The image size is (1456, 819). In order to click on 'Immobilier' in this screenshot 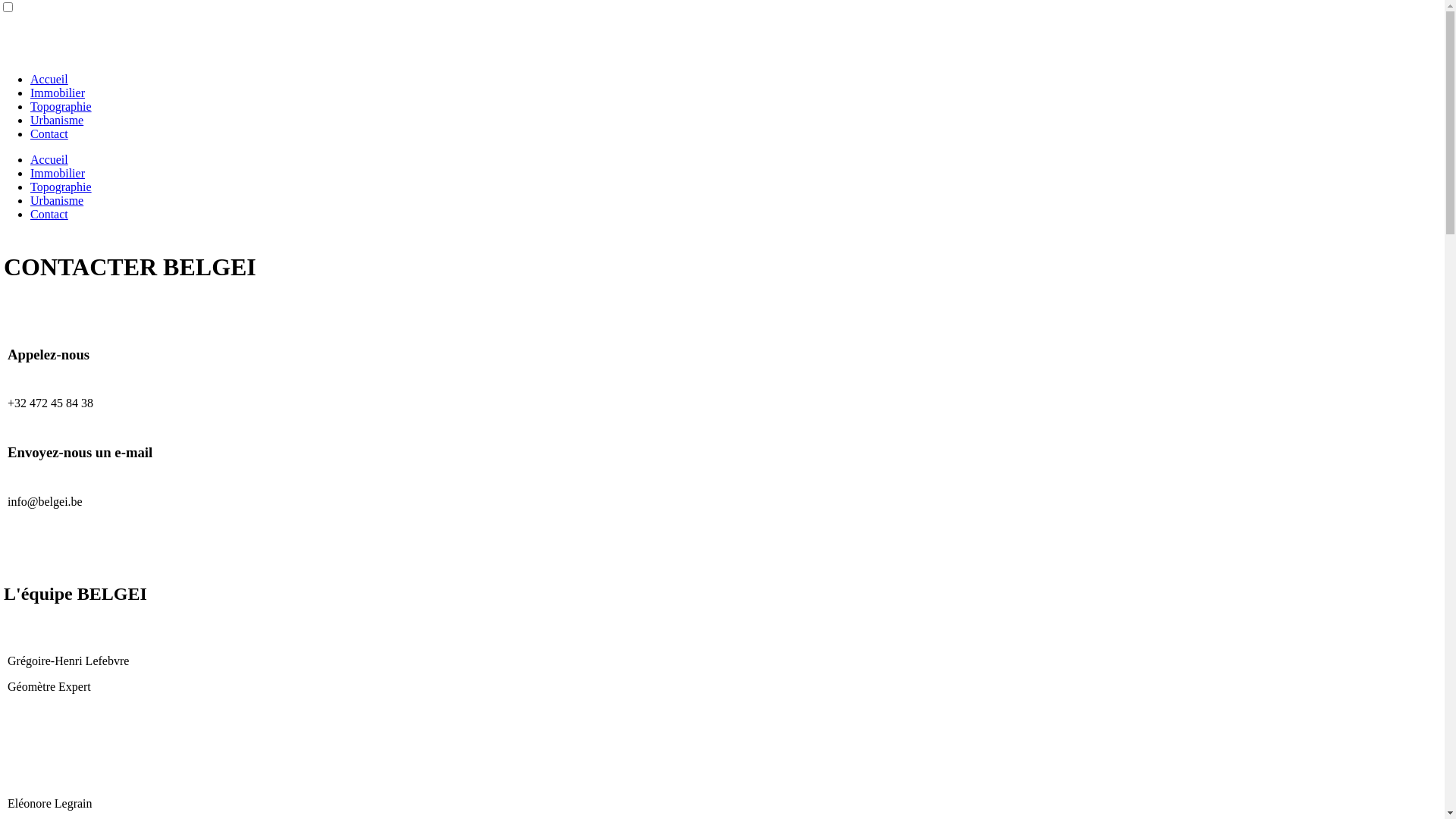, I will do `click(58, 93)`.